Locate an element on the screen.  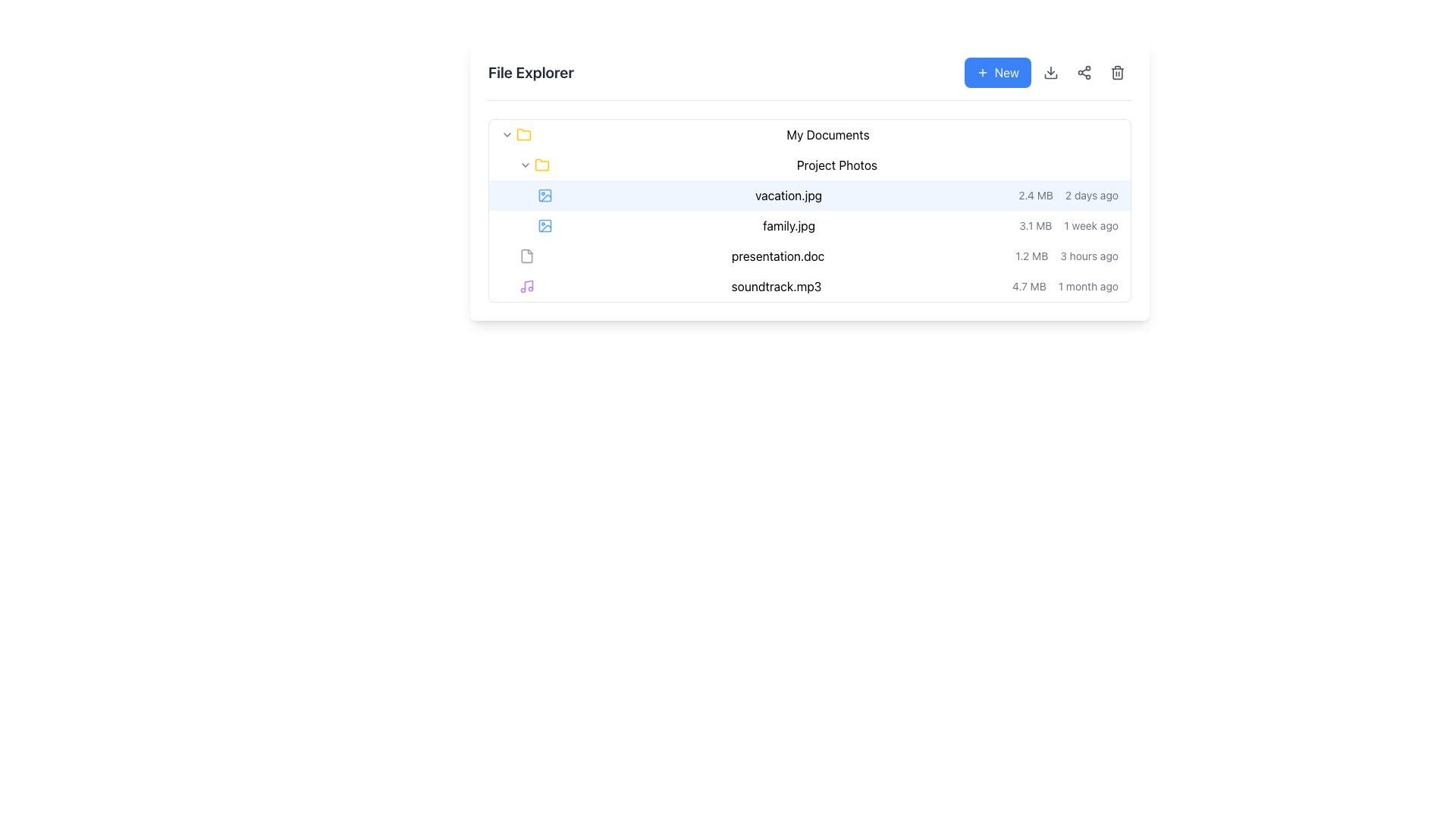
the download icon button located in the top-right corner of the interface is located at coordinates (1050, 73).